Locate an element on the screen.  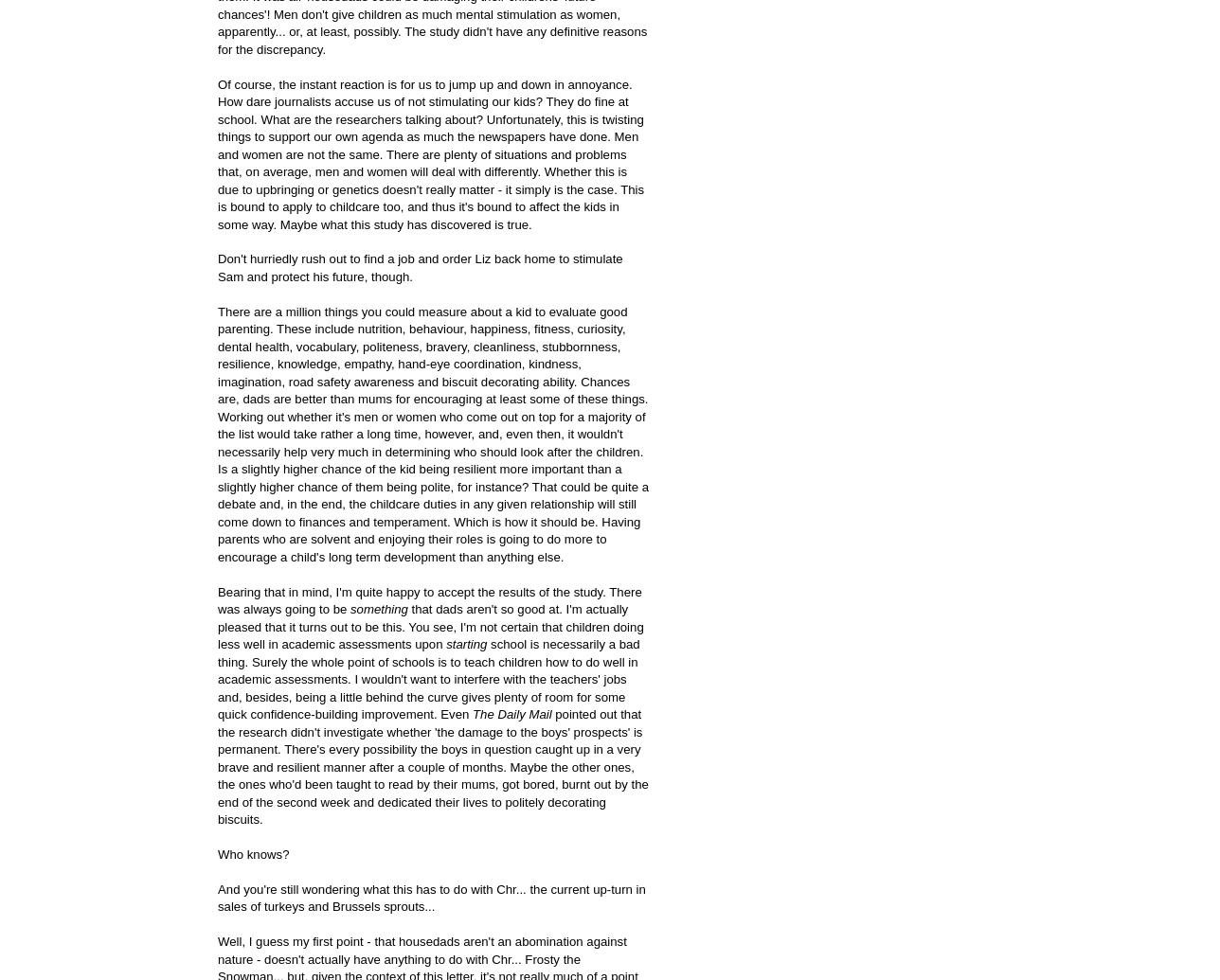
'school is necessarily a bad thing. Surely the whole point of schools is to teach children how to do well in academic assessments. I wouldn't want to interfere with the teachers' jobs and, besides, being a little behind the curve gives plenty of room for some quick confidence-building improvement. Even' is located at coordinates (218, 678).